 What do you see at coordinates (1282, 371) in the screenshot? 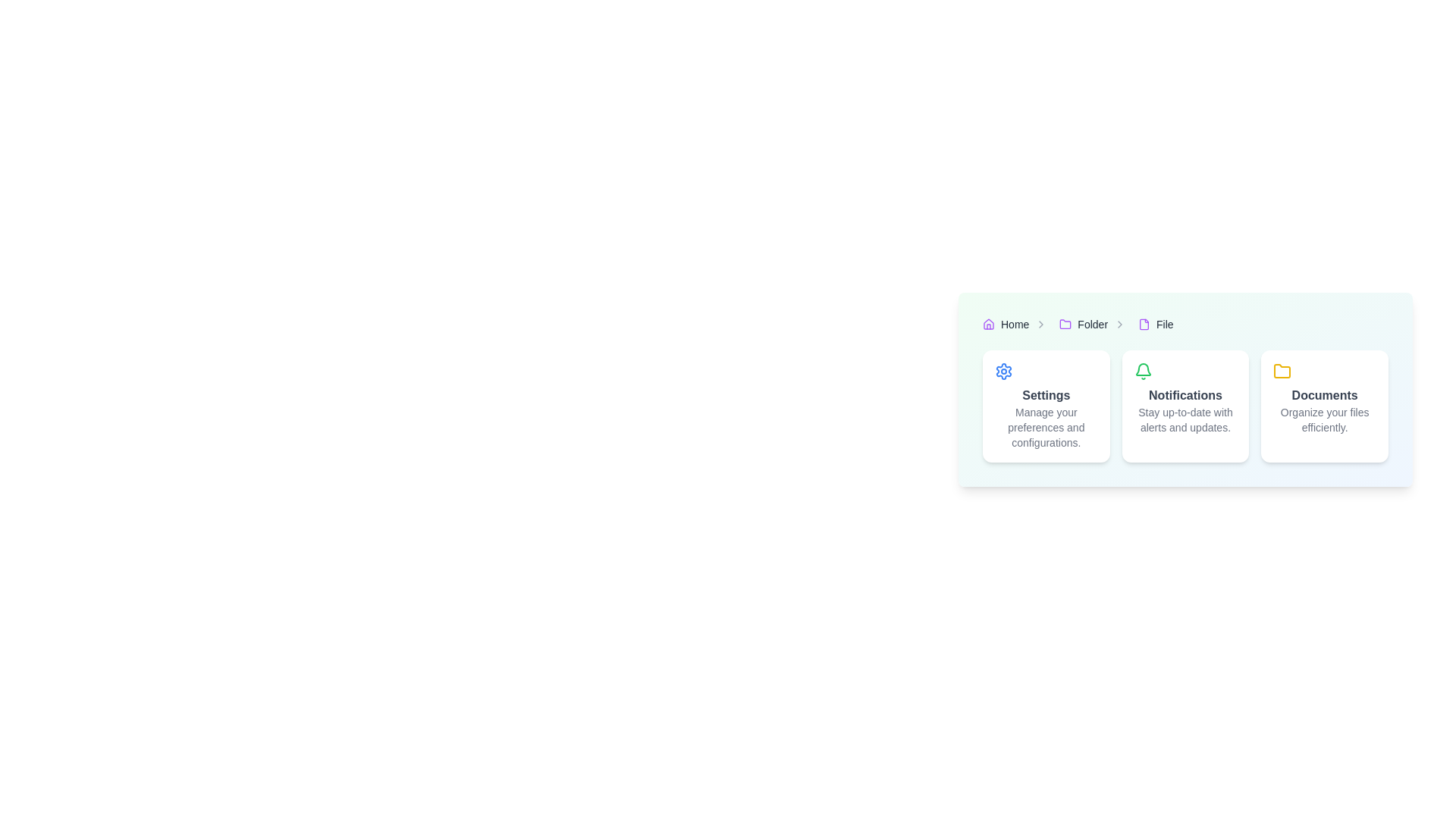
I see `the small yellow folder-shaped icon located at the top-left corner of the 'Documents' card` at bounding box center [1282, 371].